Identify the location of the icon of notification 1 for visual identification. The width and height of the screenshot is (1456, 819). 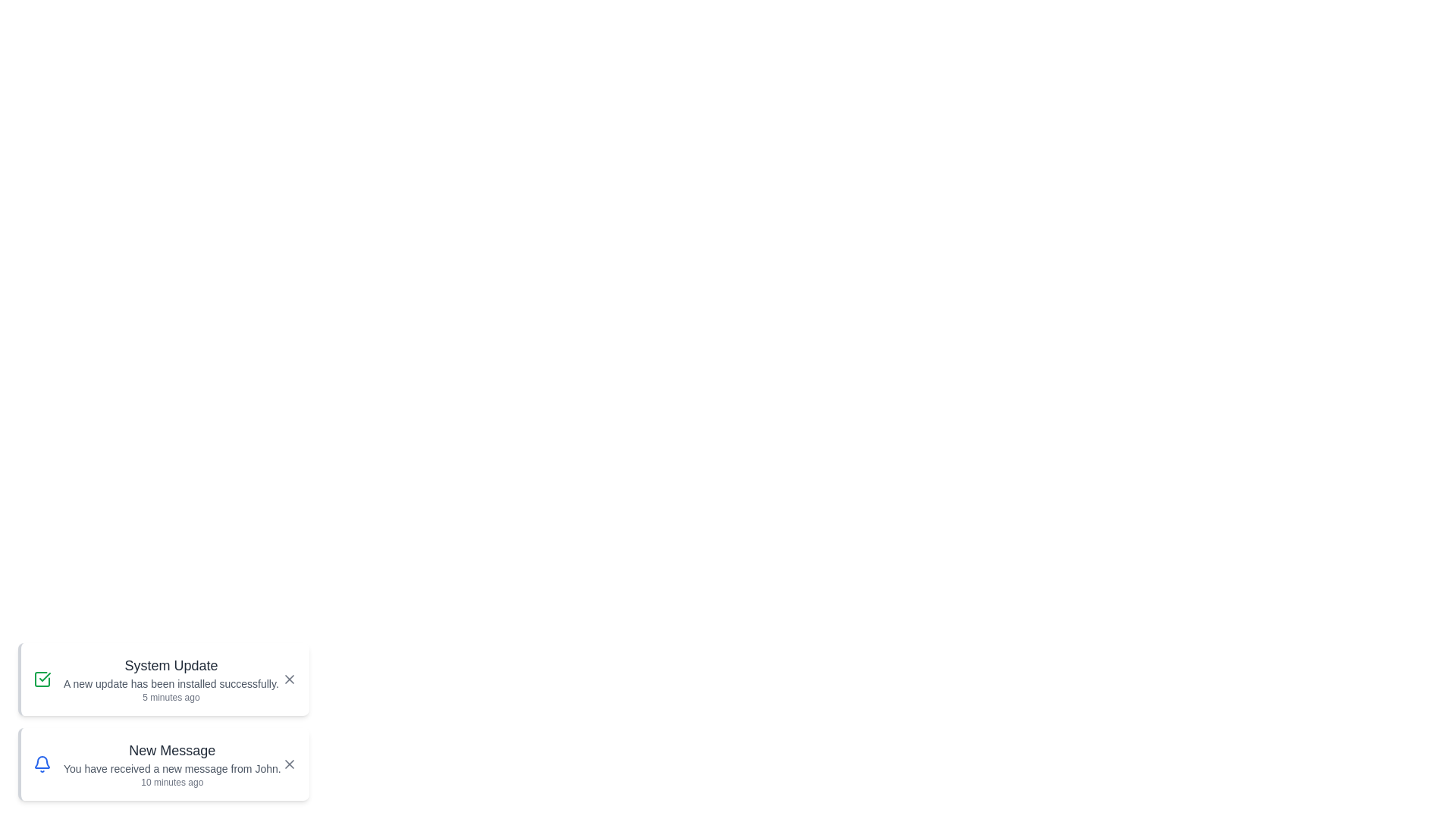
(42, 678).